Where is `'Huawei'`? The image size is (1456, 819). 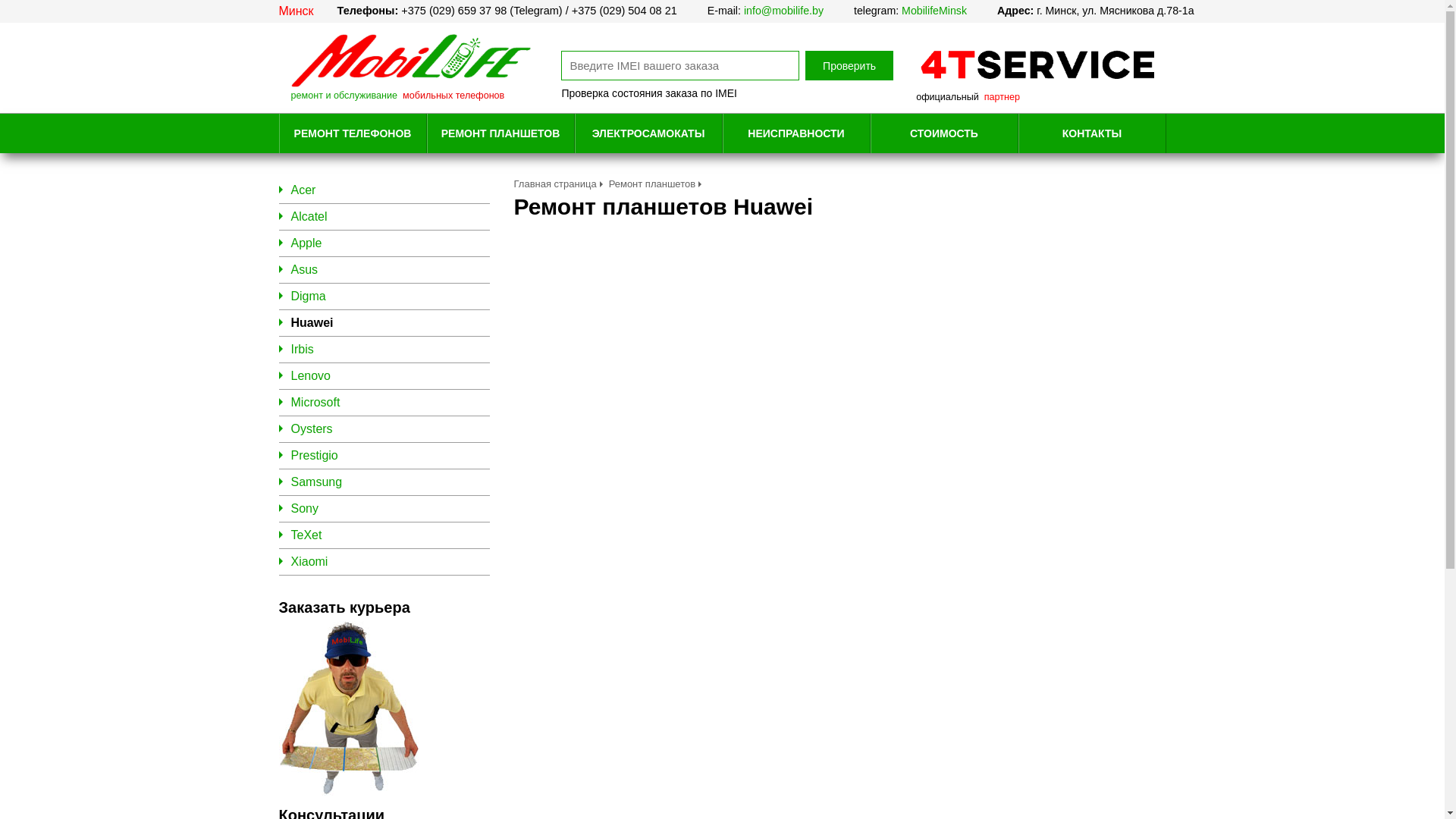
'Huawei' is located at coordinates (291, 322).